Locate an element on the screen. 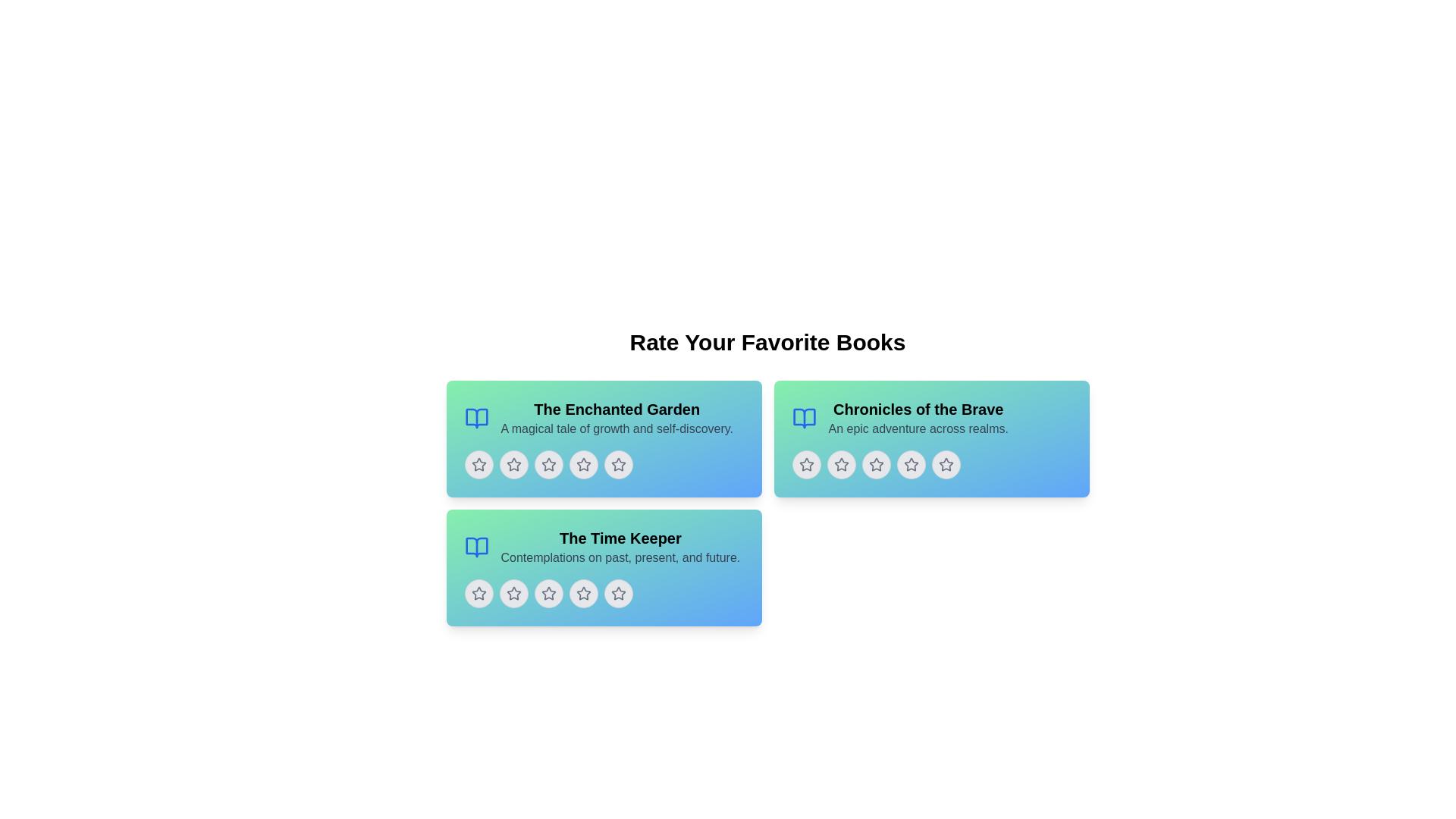  the third star icon in the rating stars of the 'Chronicles of the Brave' section, which is styled as an unselected rating star with a gray outline and transparent center is located at coordinates (876, 464).